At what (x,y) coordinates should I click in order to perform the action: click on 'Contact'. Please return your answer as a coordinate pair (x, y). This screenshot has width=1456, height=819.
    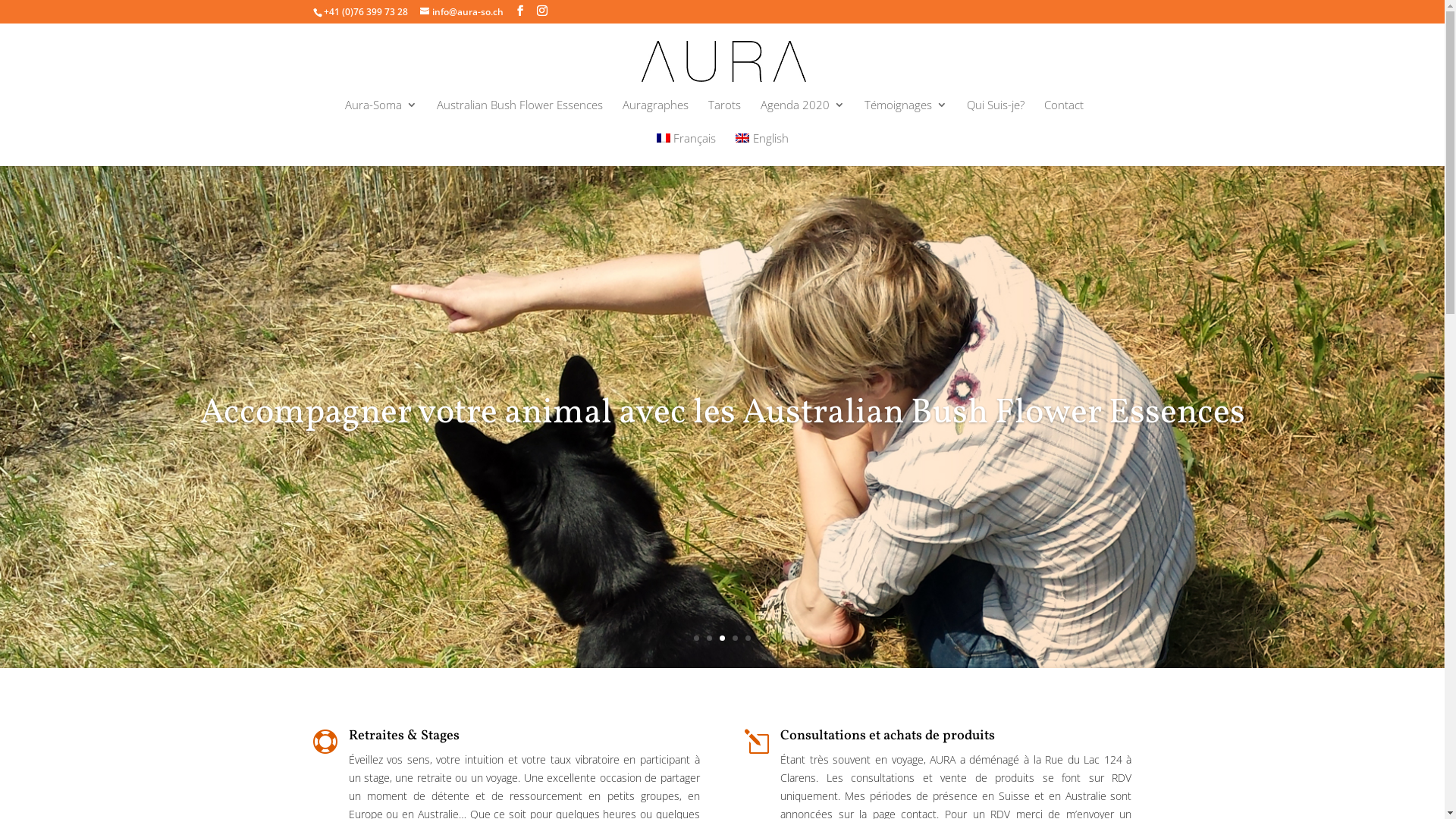
    Looking at the image, I should click on (1043, 115).